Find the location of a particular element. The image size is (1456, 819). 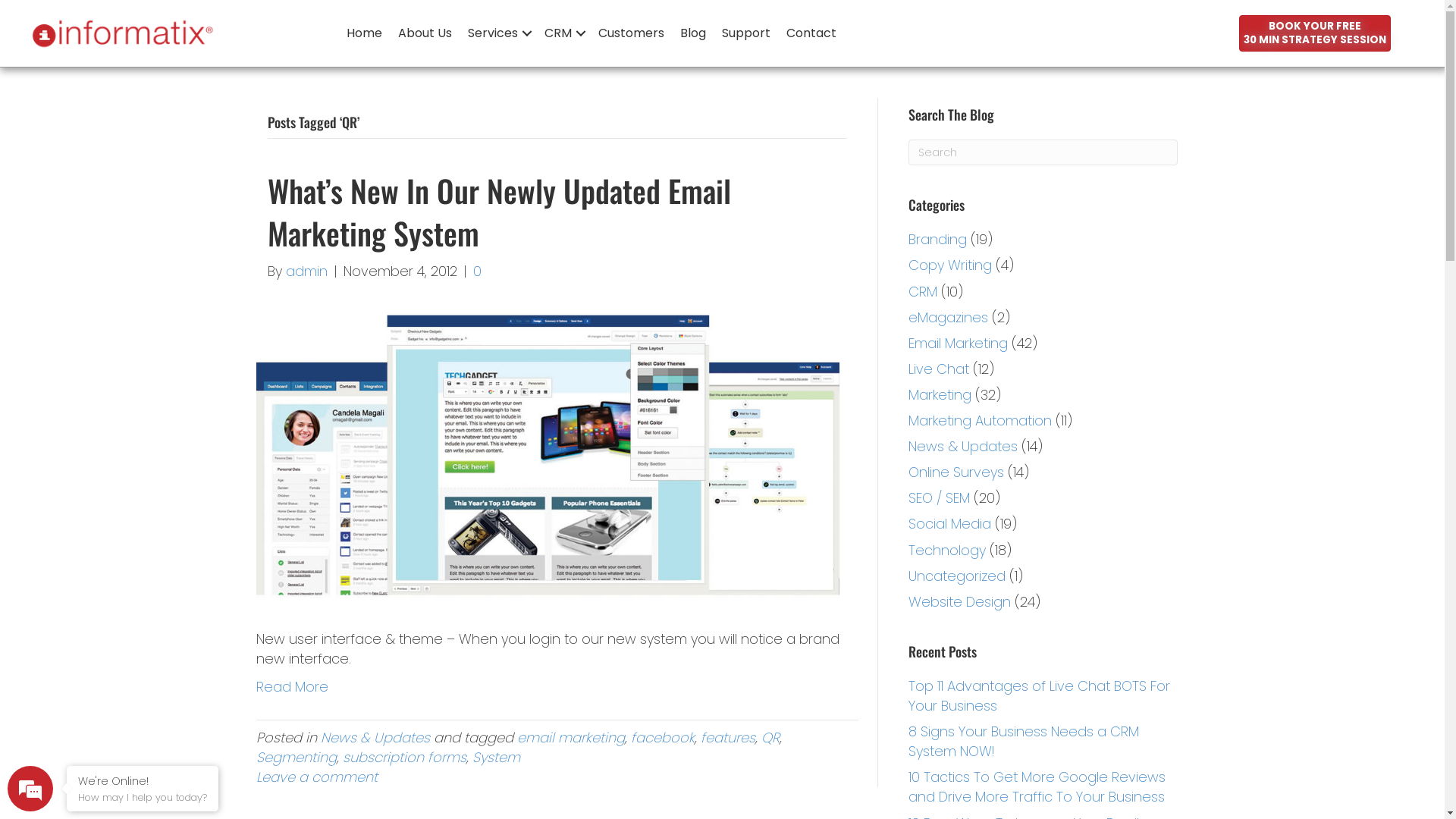

'email marketing' is located at coordinates (570, 736).